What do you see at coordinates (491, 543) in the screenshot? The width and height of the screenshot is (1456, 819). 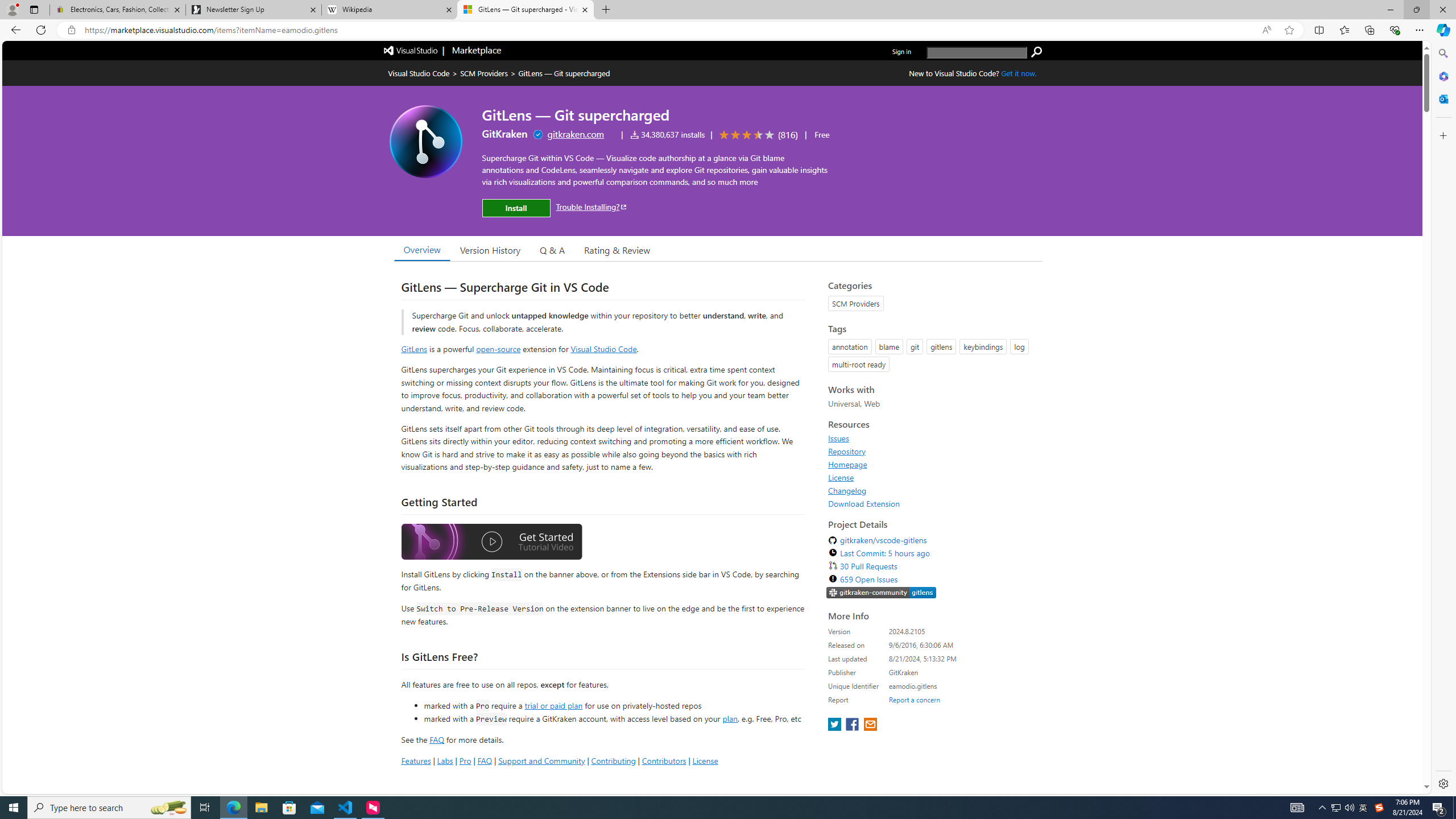 I see `'Watch the GitLens Getting Started video'` at bounding box center [491, 543].